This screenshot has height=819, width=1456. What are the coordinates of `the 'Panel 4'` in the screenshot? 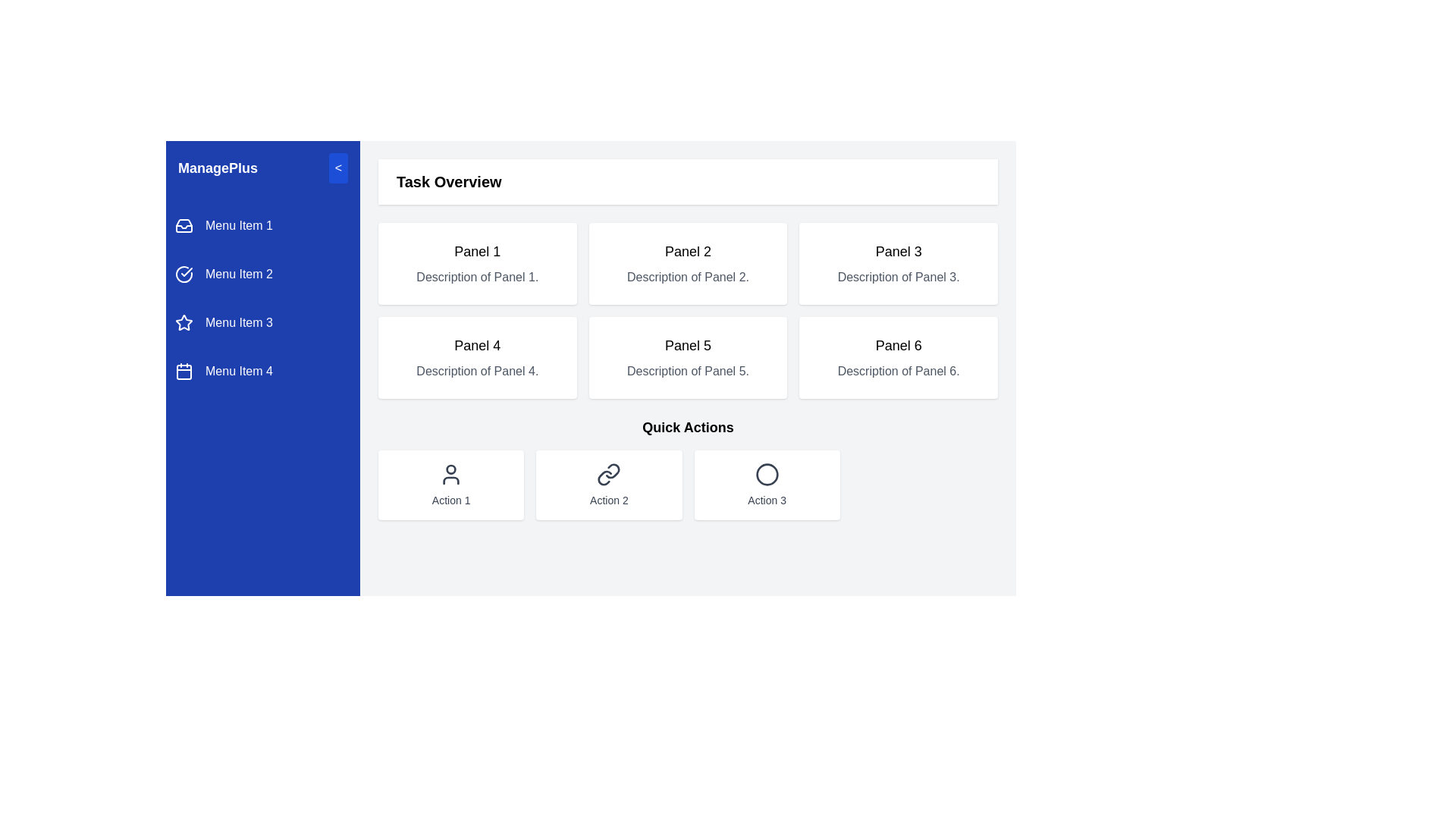 It's located at (476, 357).